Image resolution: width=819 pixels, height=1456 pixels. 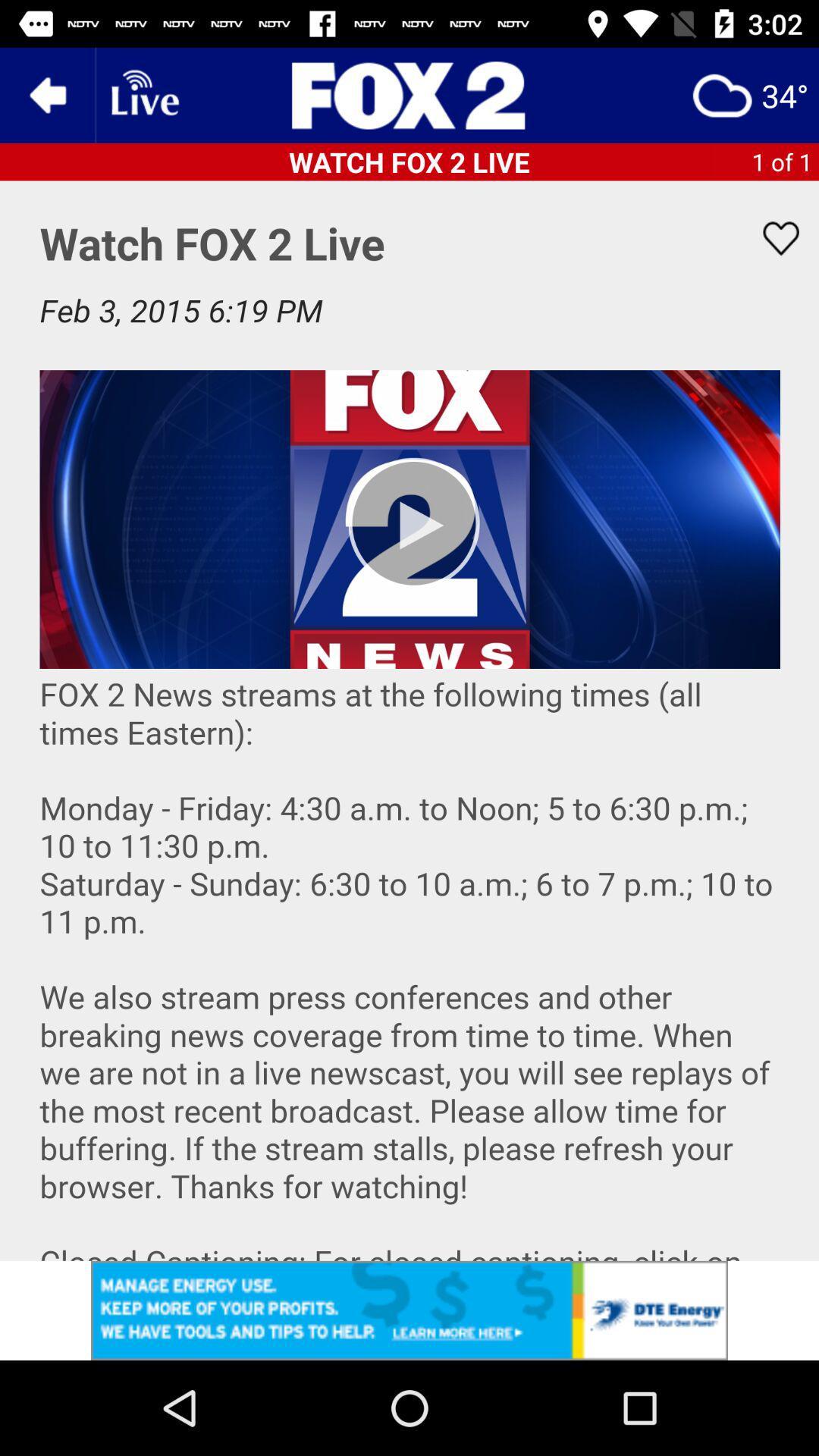 What do you see at coordinates (143, 94) in the screenshot?
I see `get live updates from the news` at bounding box center [143, 94].